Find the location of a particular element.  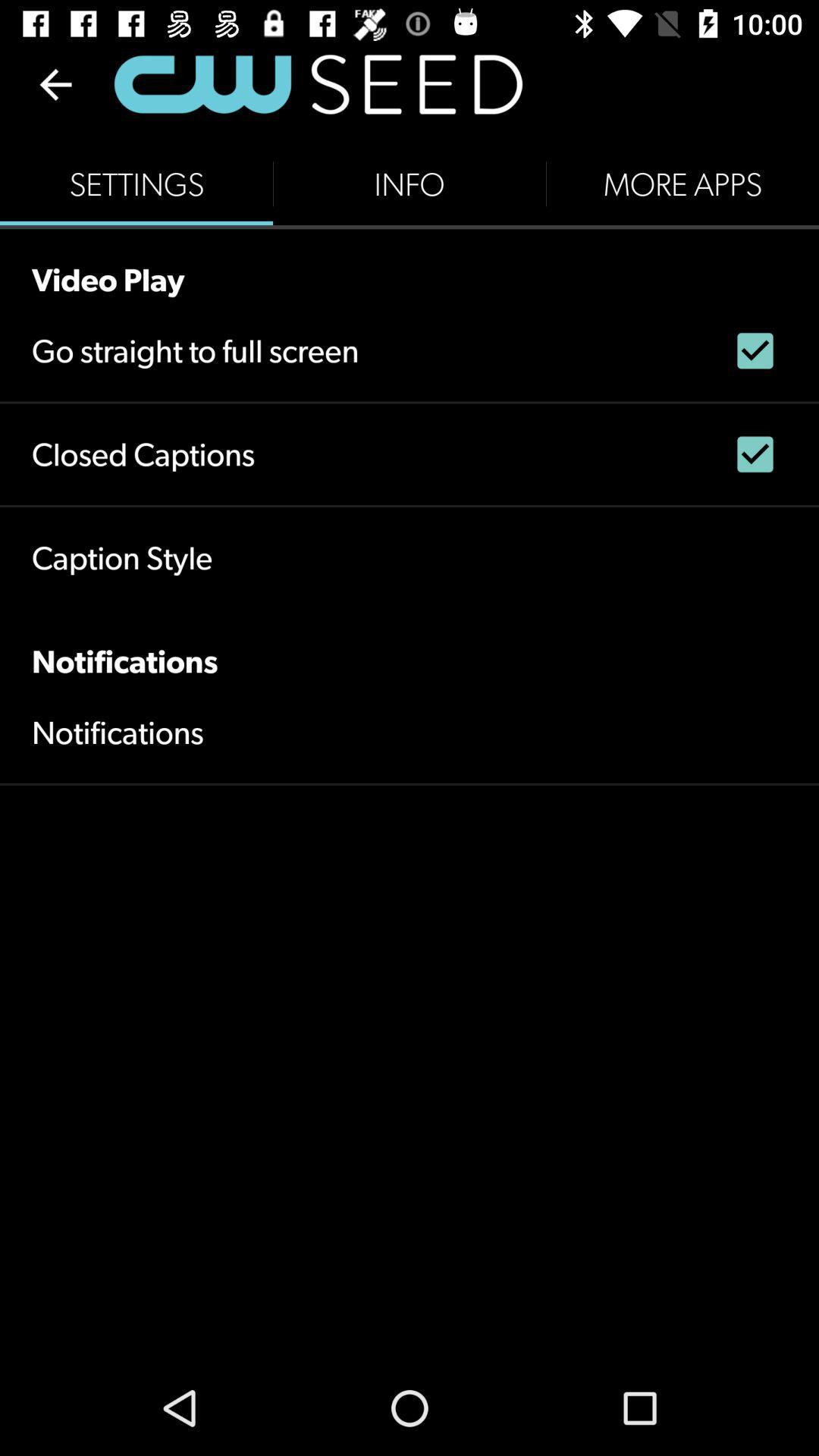

the info button is located at coordinates (409, 184).